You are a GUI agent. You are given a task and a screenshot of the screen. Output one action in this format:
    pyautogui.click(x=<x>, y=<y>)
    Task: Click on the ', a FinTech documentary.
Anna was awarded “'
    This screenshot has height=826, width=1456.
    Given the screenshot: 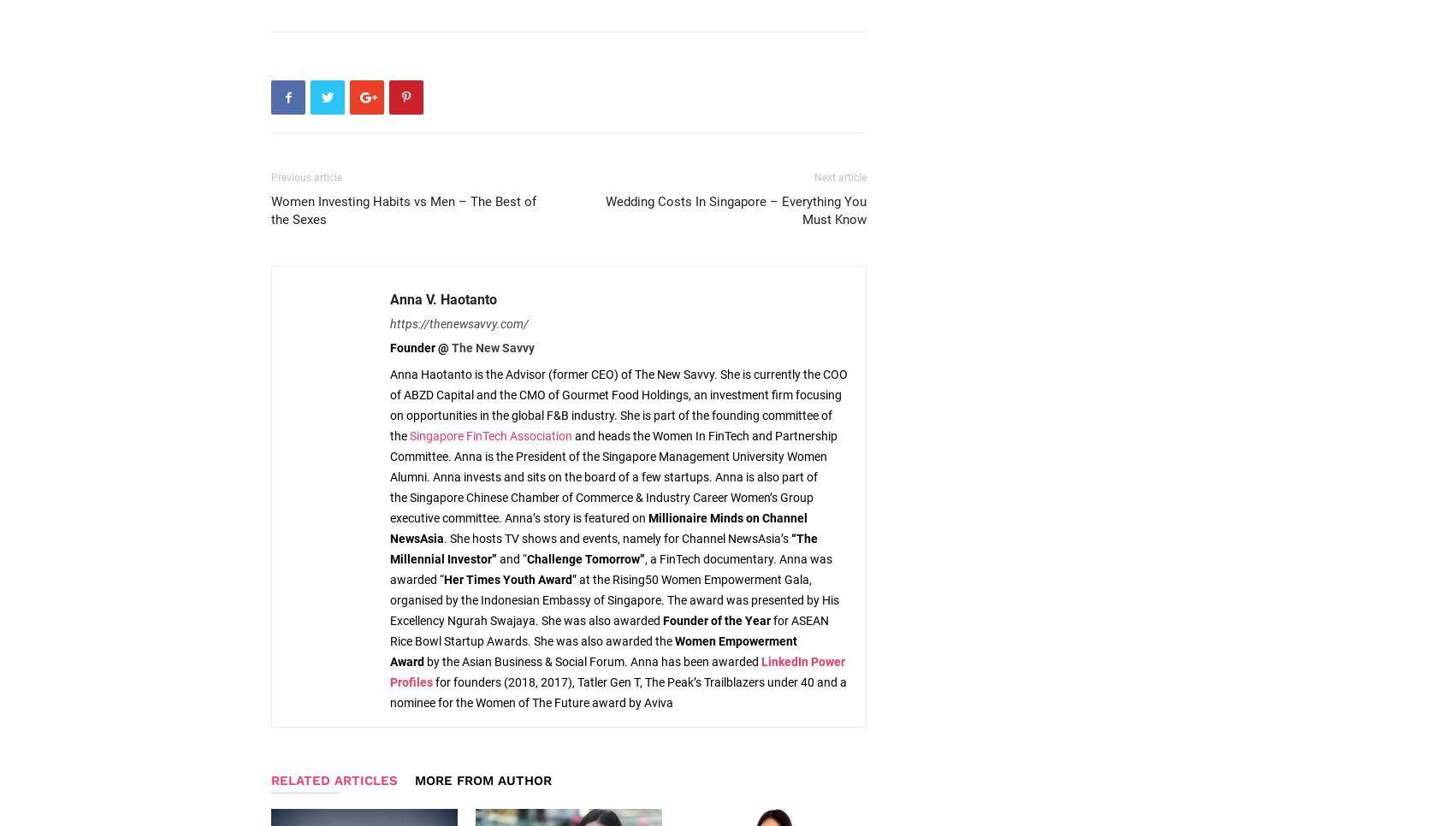 What is the action you would take?
    pyautogui.click(x=610, y=569)
    